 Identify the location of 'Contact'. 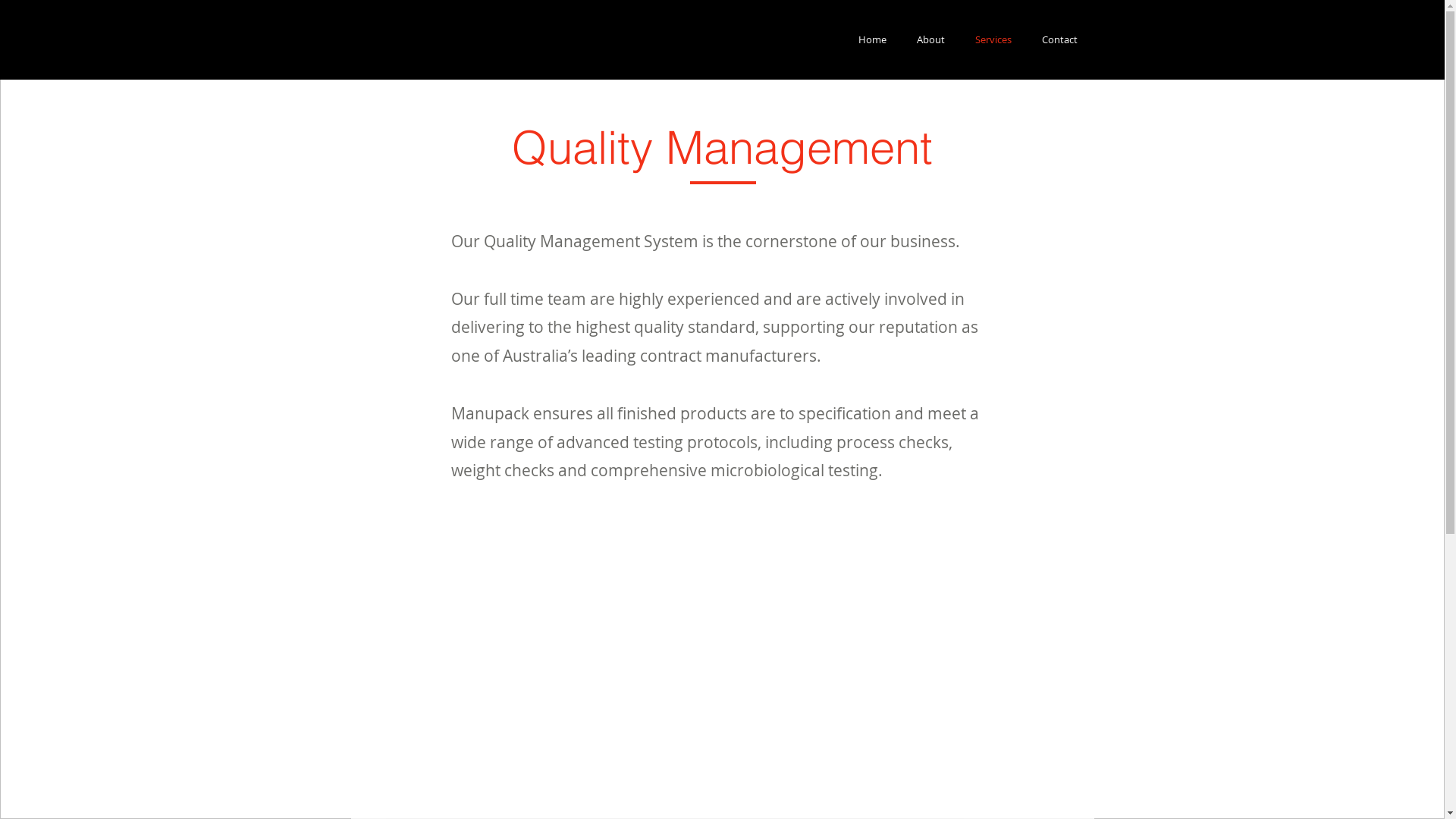
(1026, 39).